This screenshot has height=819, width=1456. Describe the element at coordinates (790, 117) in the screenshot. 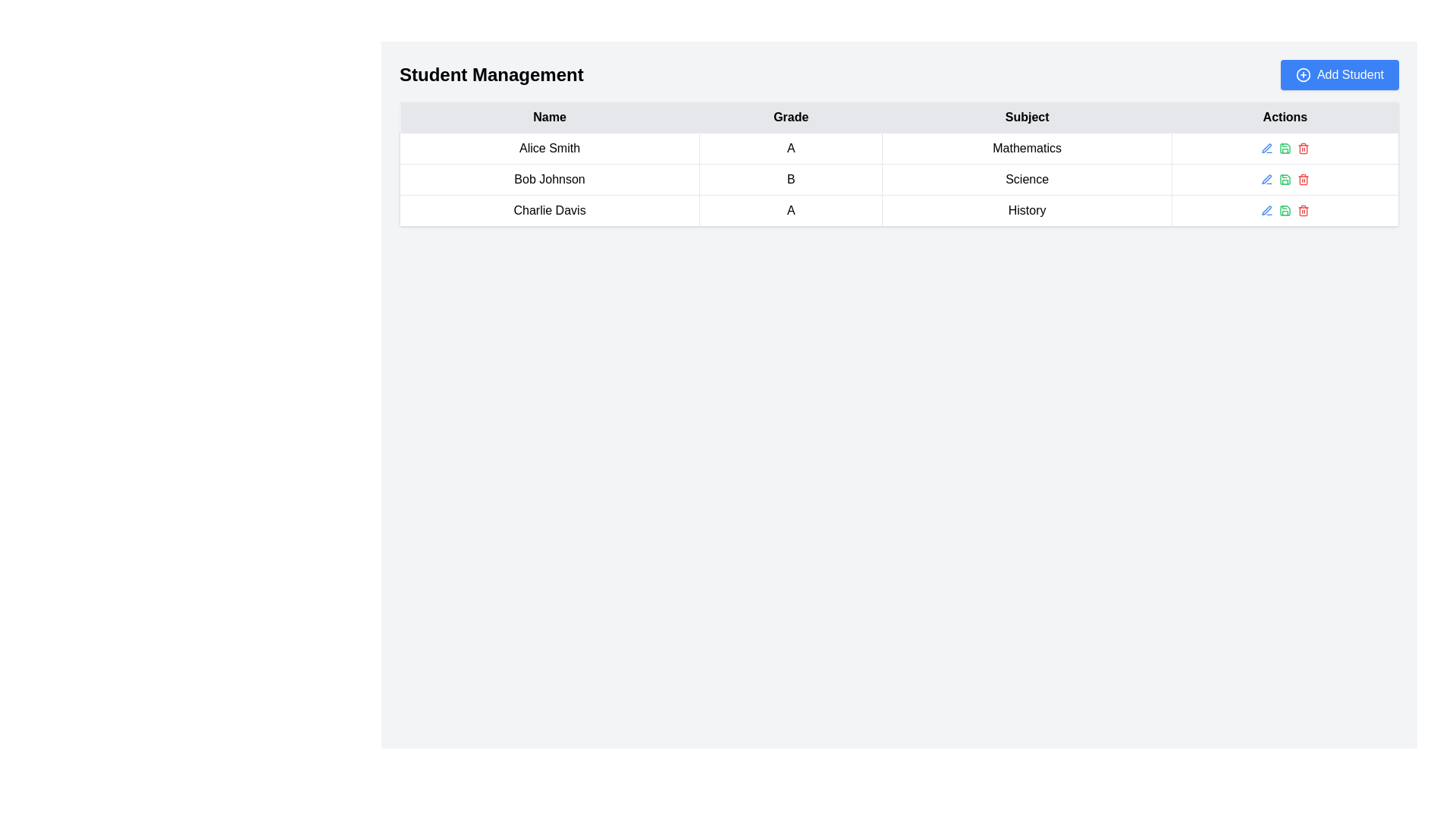

I see `the 'Grade' column header in the table, which is the static text label positioned between the 'Name' and 'Subject' headers` at that location.